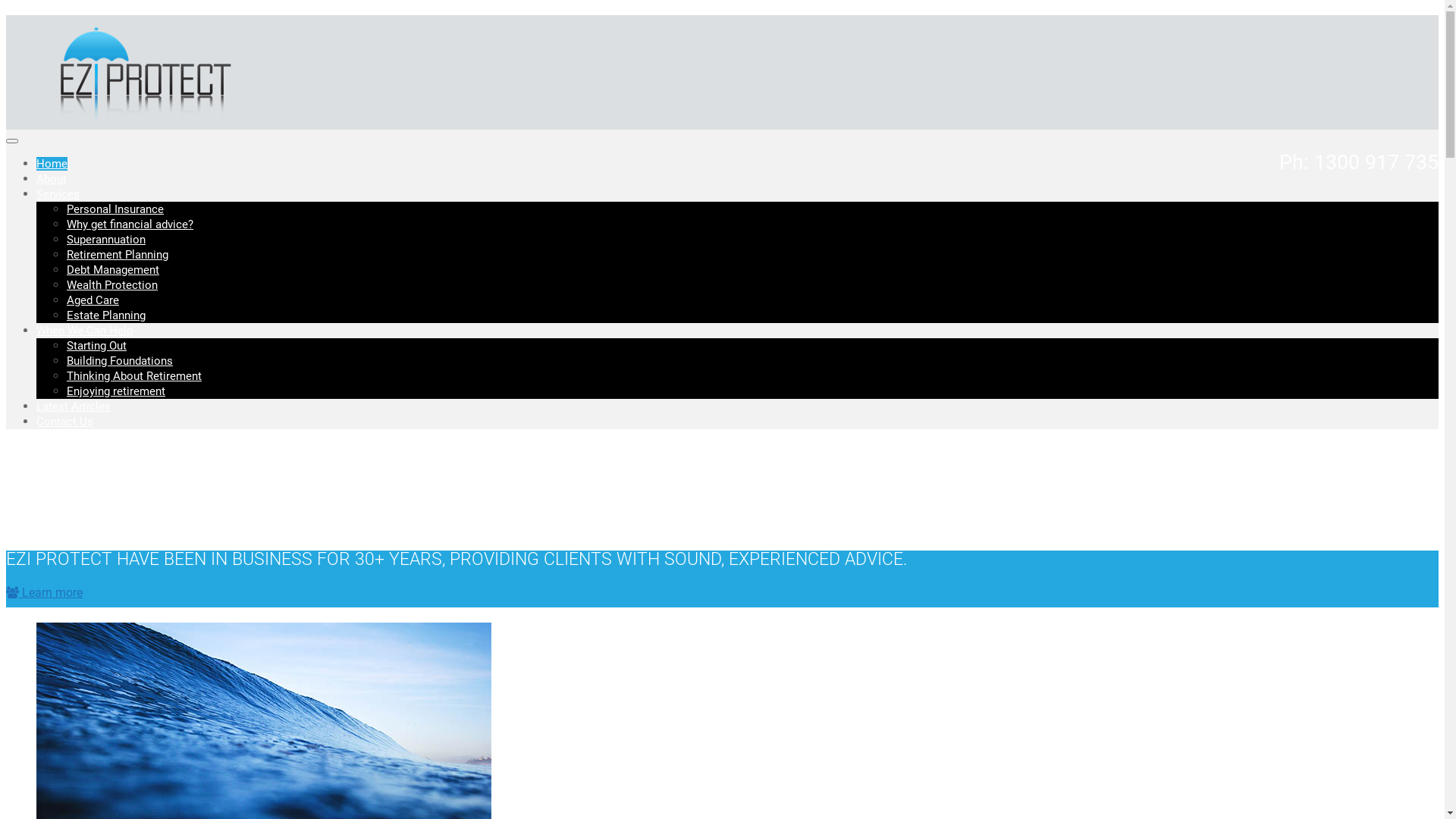  What do you see at coordinates (36, 329) in the screenshot?
I see `'When We Can Help'` at bounding box center [36, 329].